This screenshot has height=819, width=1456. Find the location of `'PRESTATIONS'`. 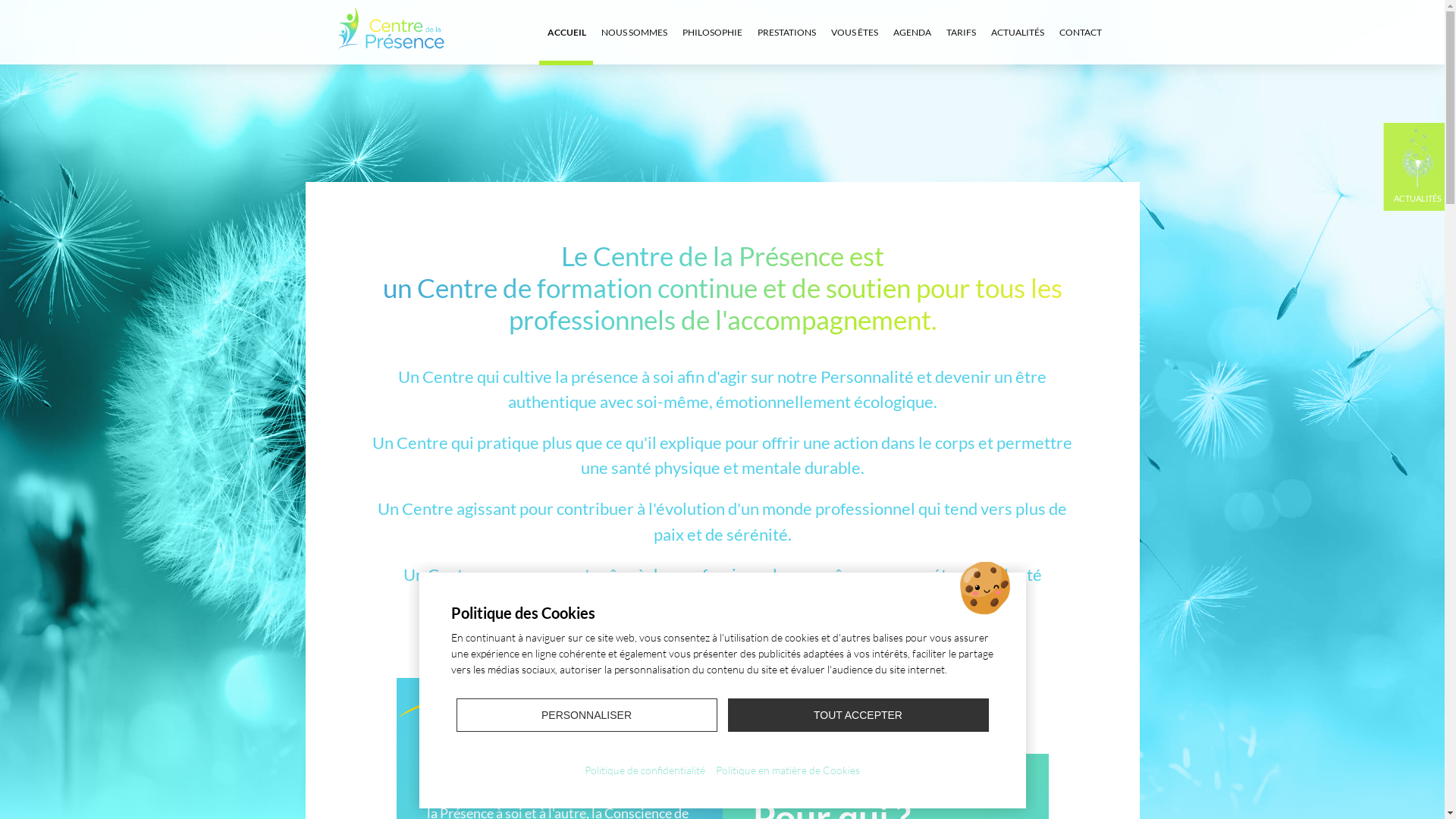

'PRESTATIONS' is located at coordinates (786, 32).